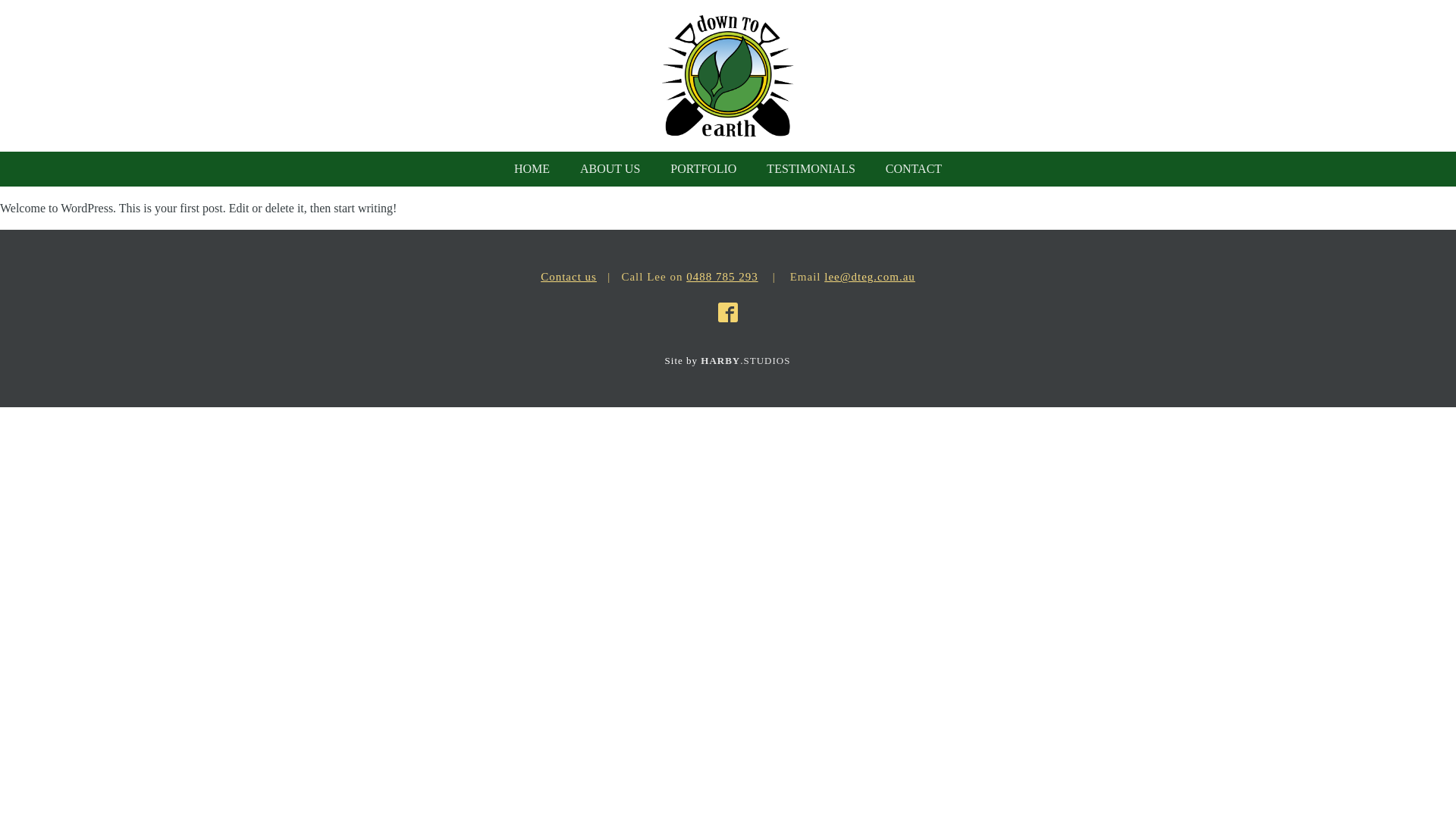 This screenshot has width=1456, height=819. Describe the element at coordinates (810, 169) in the screenshot. I see `'TESTIMONIALS'` at that location.